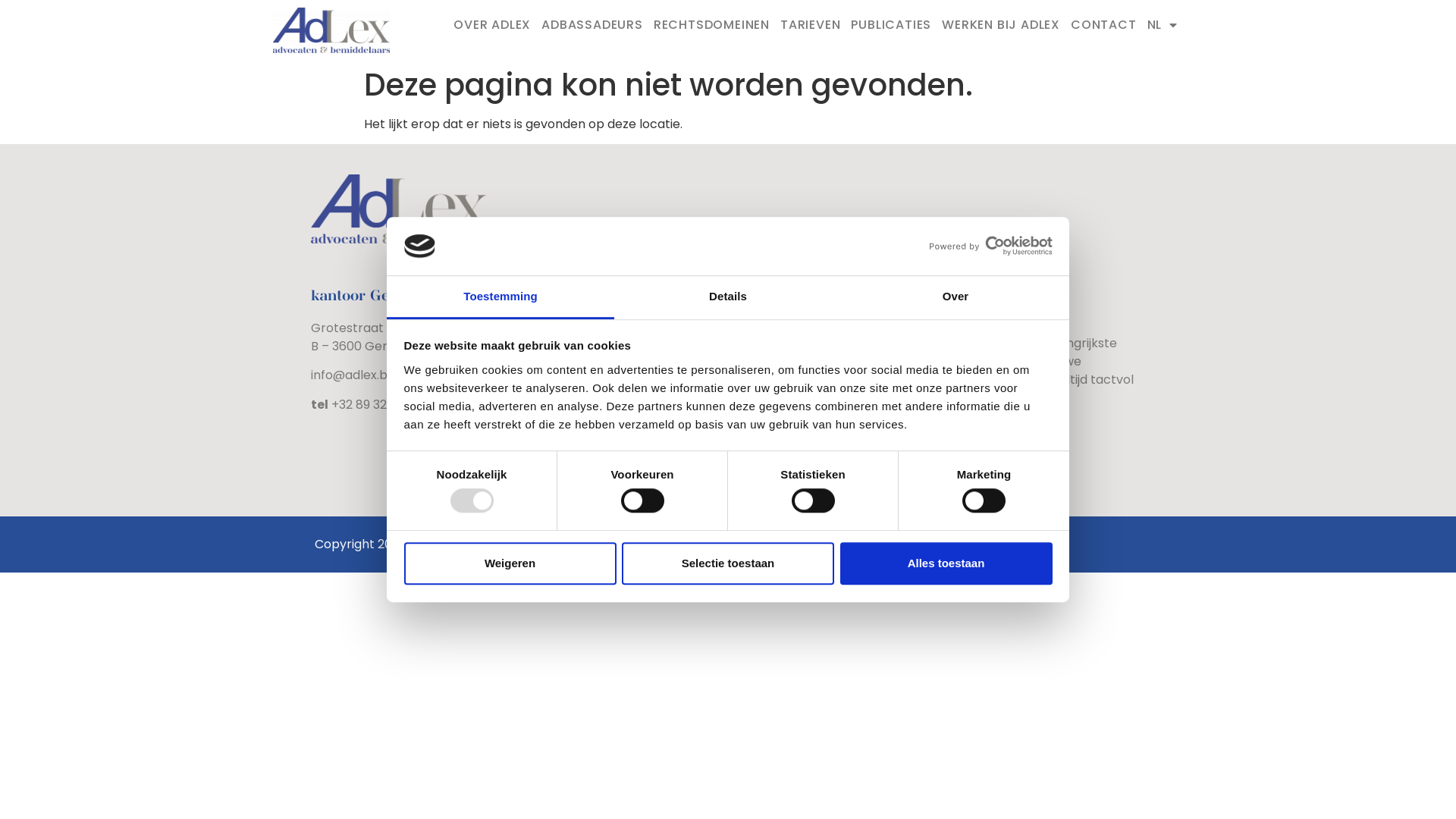 The width and height of the screenshot is (1456, 819). I want to click on 'PUBLICATIES', so click(844, 25).